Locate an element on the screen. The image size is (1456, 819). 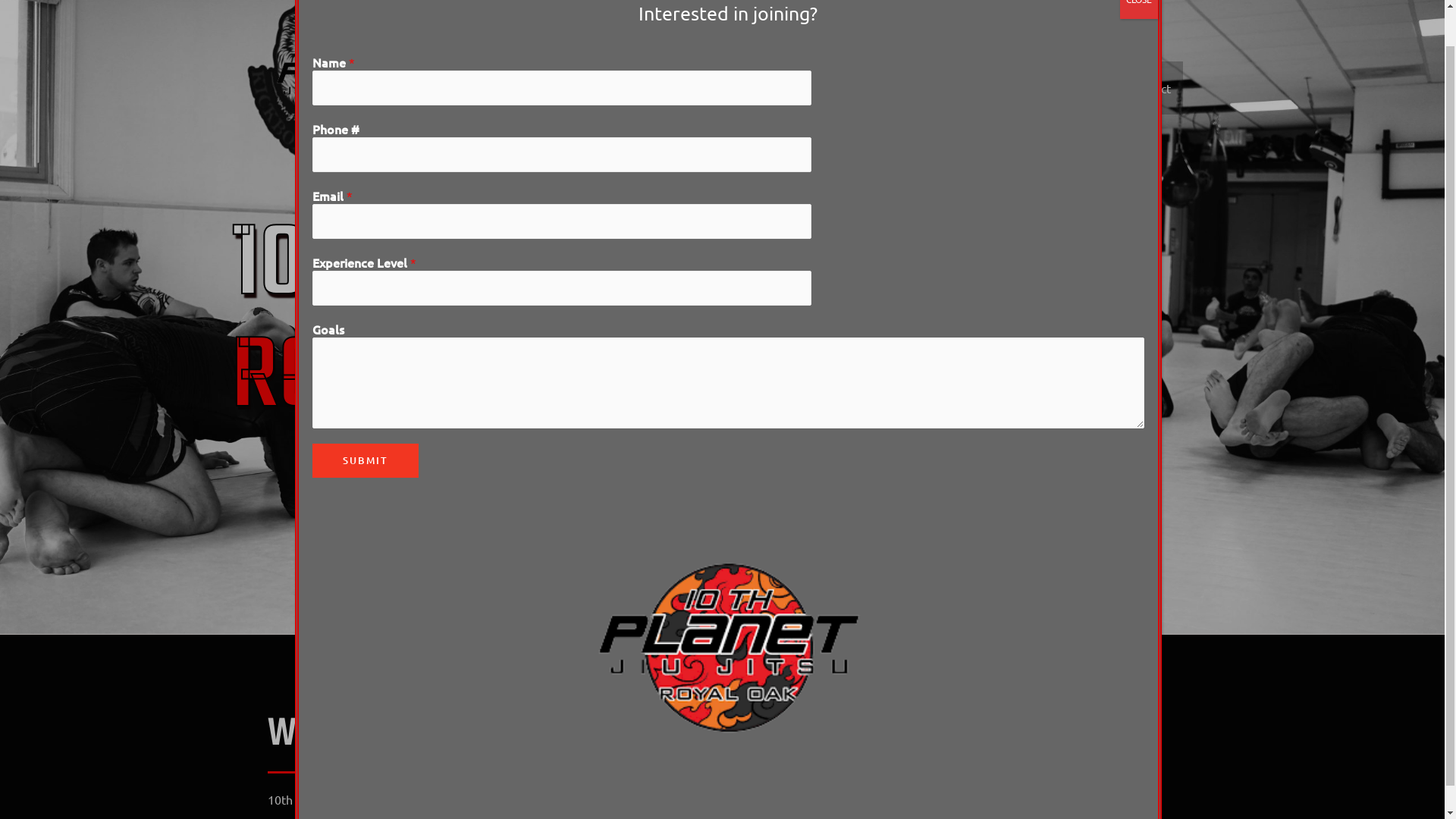
'Contact' is located at coordinates (1150, 87).